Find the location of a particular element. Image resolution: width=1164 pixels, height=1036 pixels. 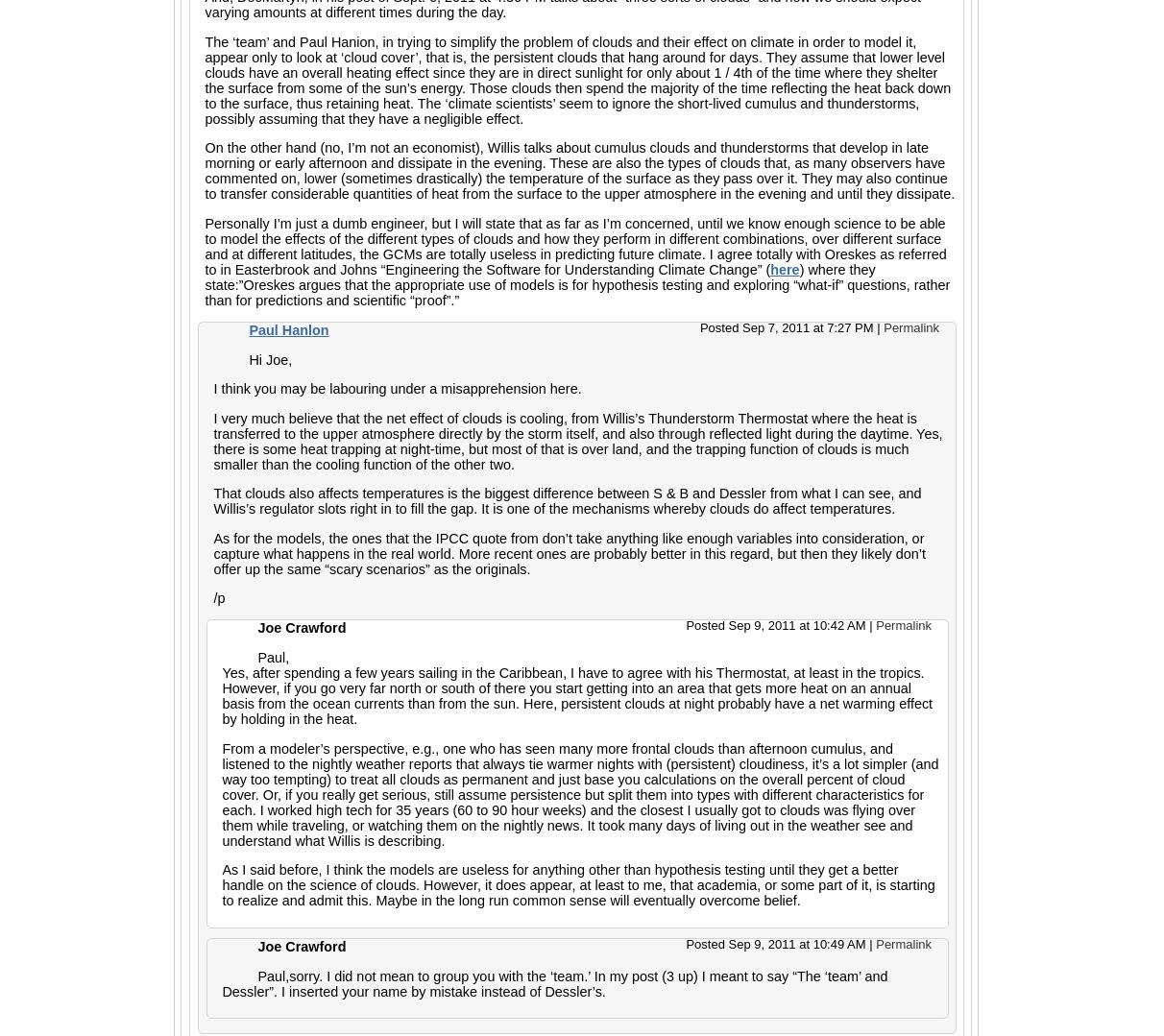

'From a modeler’s perspective, e.g., one who has seen many more frontal clouds than afternoon cumulus, and listened to the nightly weather reports that always tie warmer nights with (persistent) cloudiness, it’s a lot simpler (and way too tempting) to treat all clouds as permanent and just base you calculations on the overall percent of cloud cover.  Or, if you really get serious, still assume persistence but split them into types with different characteristics for each.  I worked high tech for 35 years (60 to 90 hour weeks) and the closest I usually got to clouds was flying over them while traveling, or watching them on the nightly news.  It took many days of living out in the weather see and understand what Willis is describing.' is located at coordinates (579, 793).